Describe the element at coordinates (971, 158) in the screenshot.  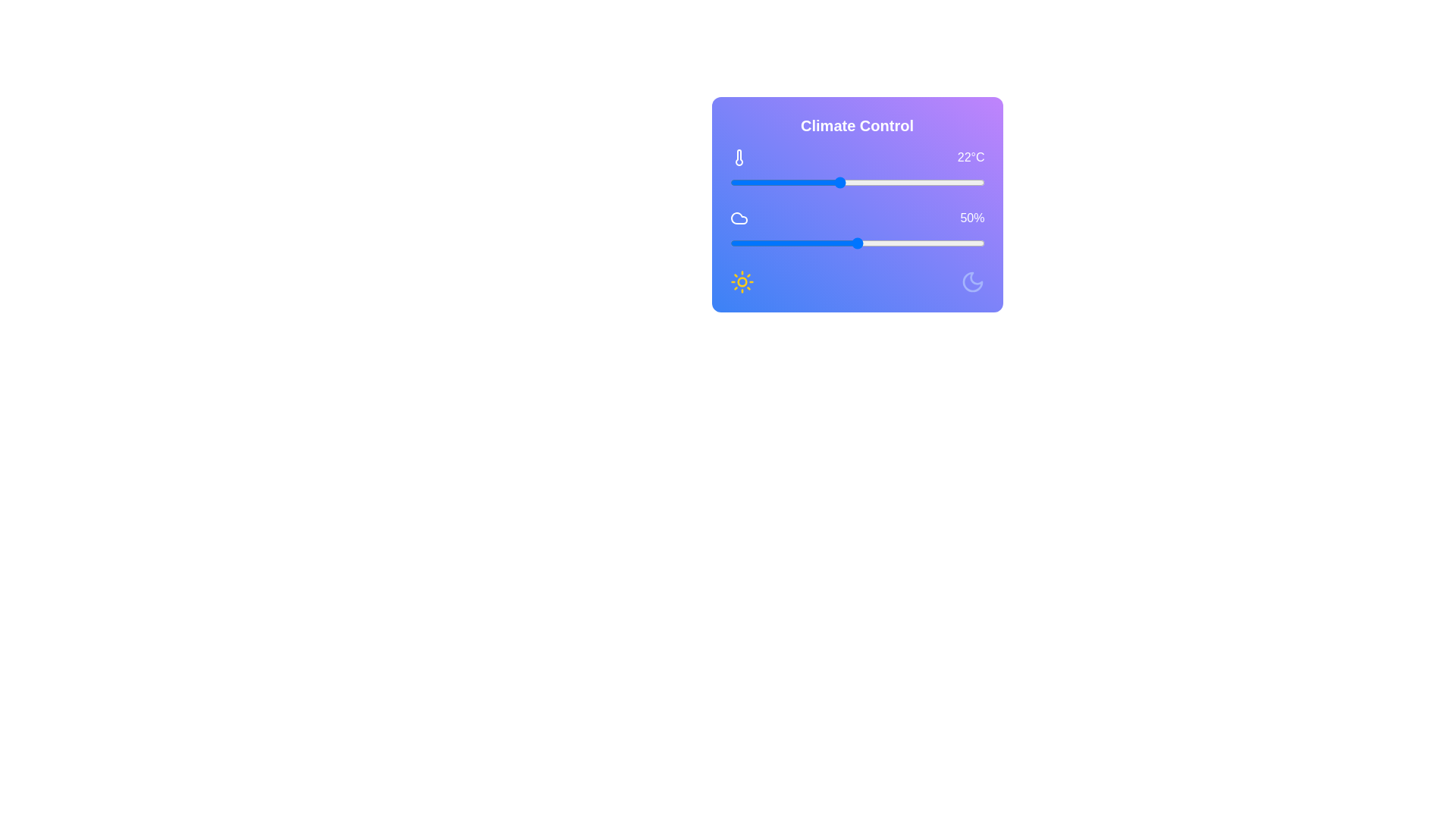
I see `the static text label displaying the current temperature value, positioned to the far right side adjacent to a thermometer icon` at that location.